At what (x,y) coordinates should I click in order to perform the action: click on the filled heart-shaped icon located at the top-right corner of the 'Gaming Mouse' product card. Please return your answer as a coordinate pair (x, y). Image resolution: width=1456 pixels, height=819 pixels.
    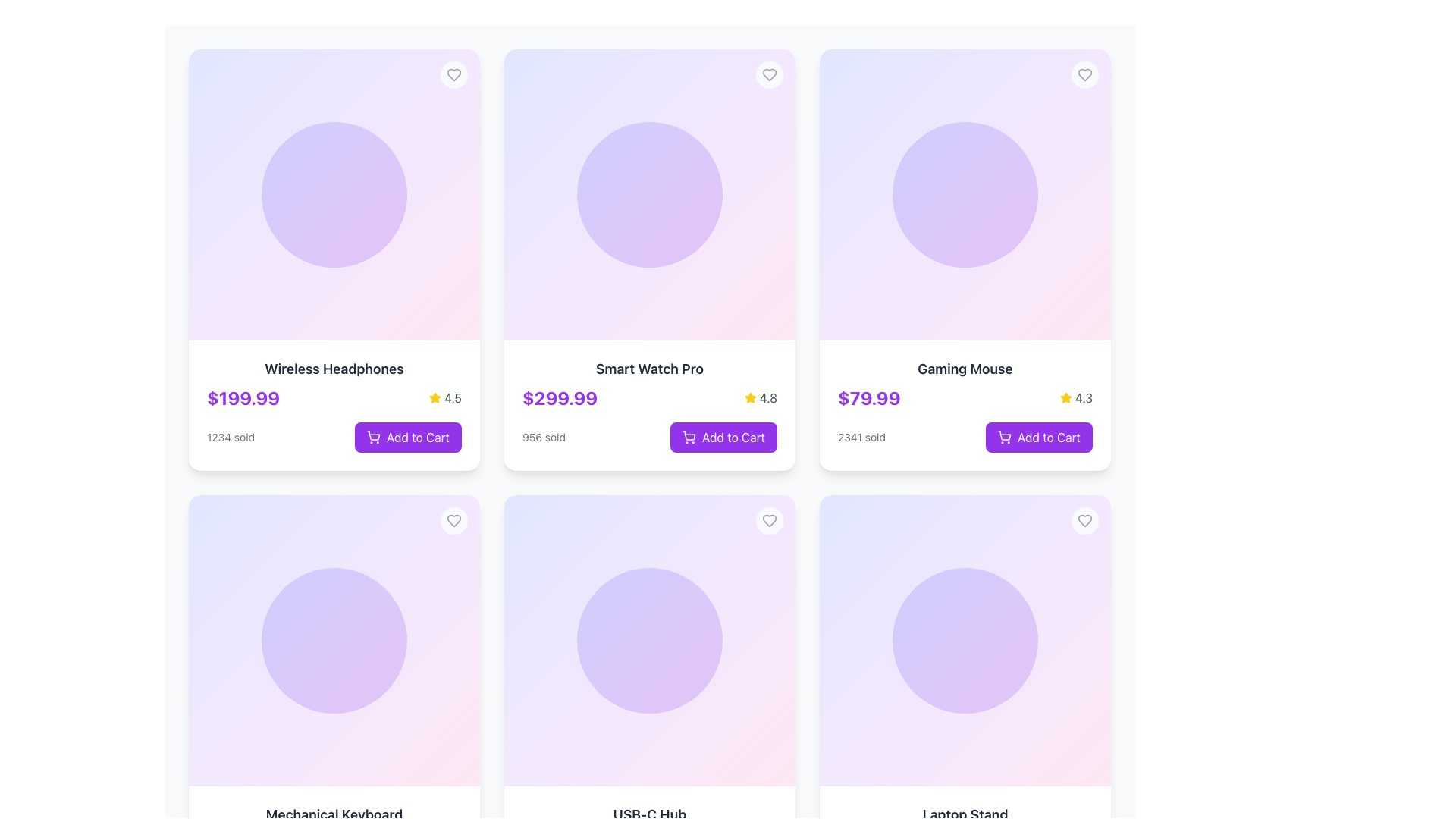
    Looking at the image, I should click on (1084, 519).